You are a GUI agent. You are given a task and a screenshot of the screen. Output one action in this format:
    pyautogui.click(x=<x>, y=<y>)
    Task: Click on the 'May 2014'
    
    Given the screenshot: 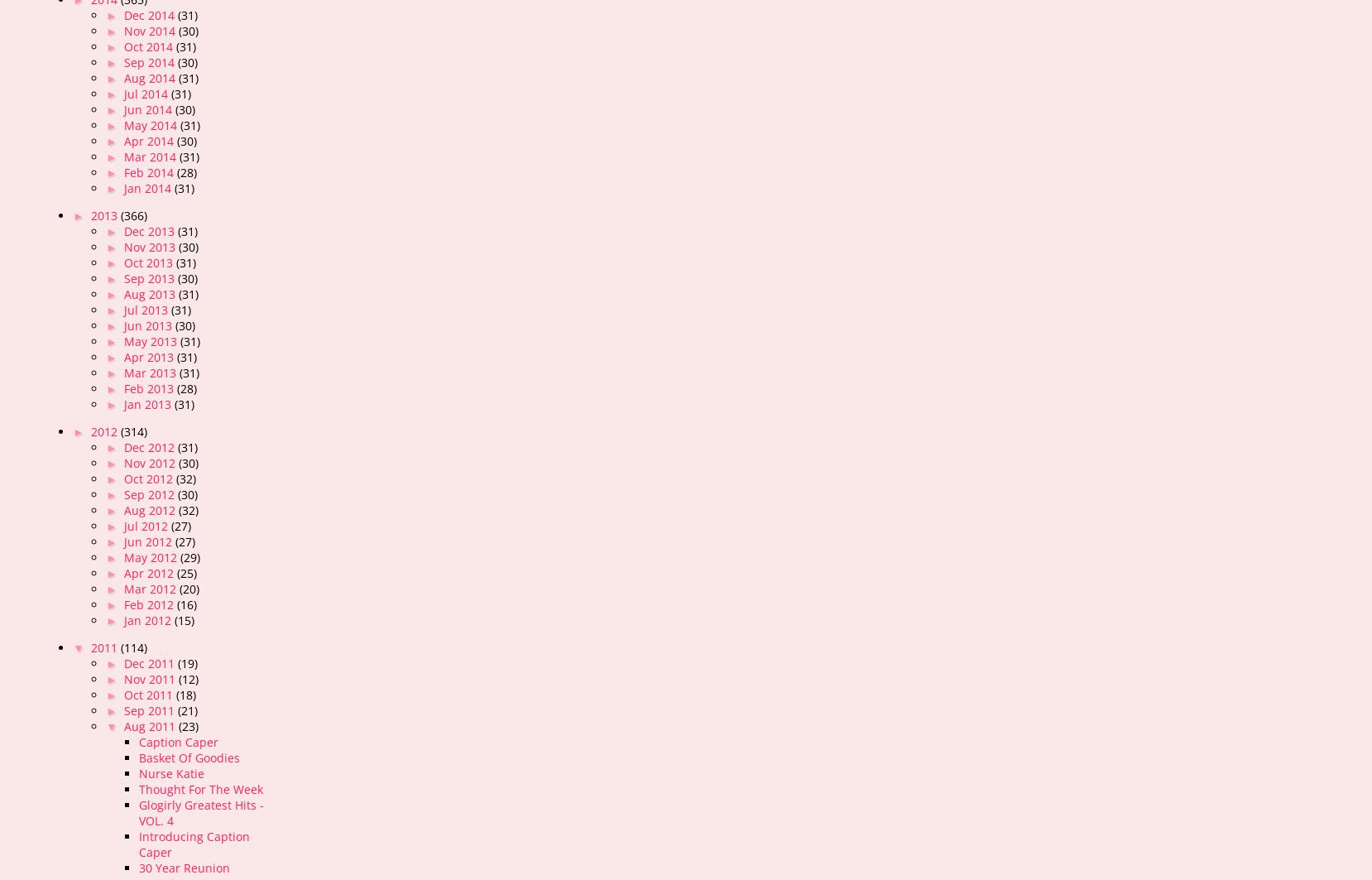 What is the action you would take?
    pyautogui.click(x=151, y=125)
    